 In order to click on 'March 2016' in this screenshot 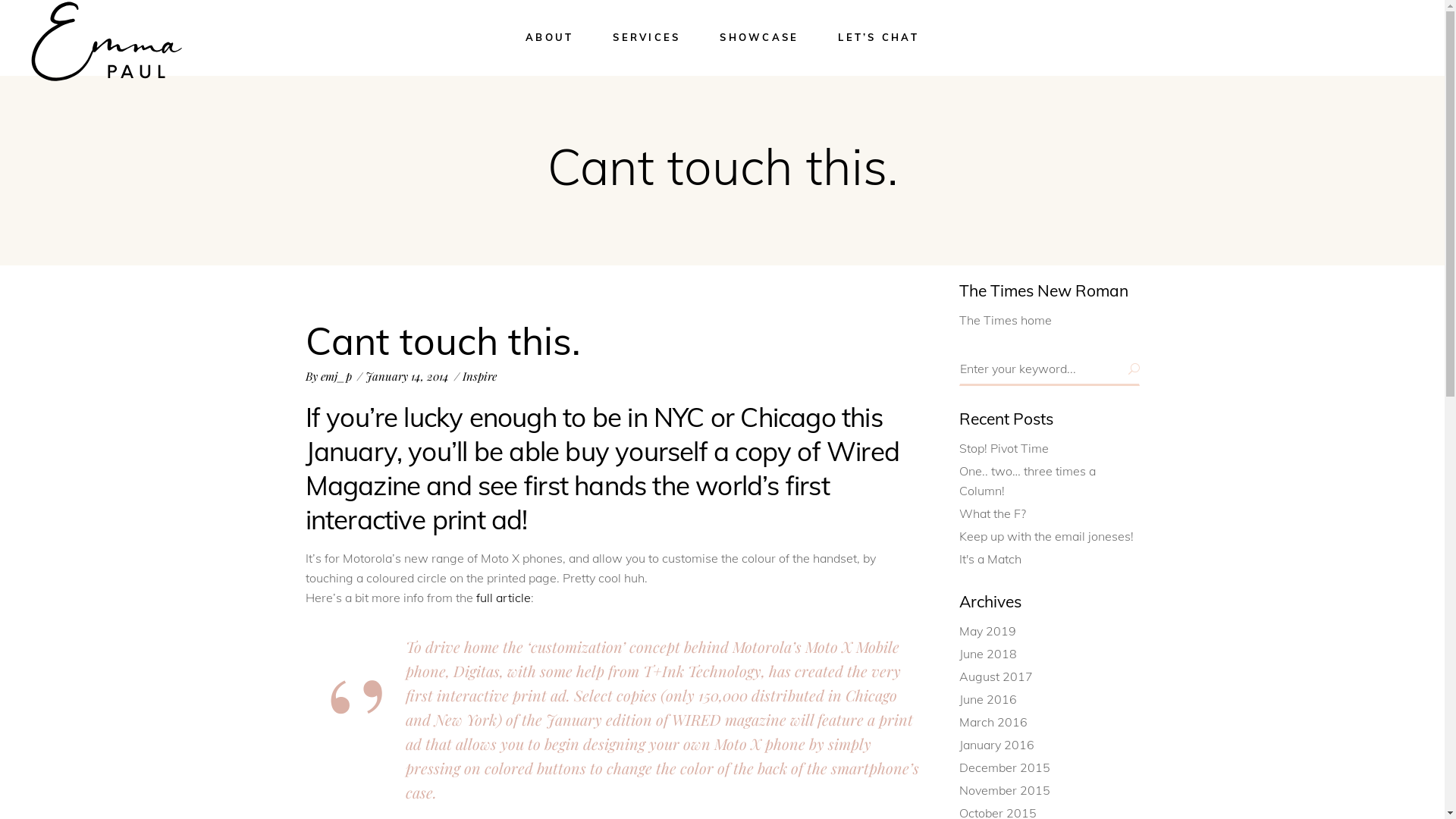, I will do `click(959, 721)`.